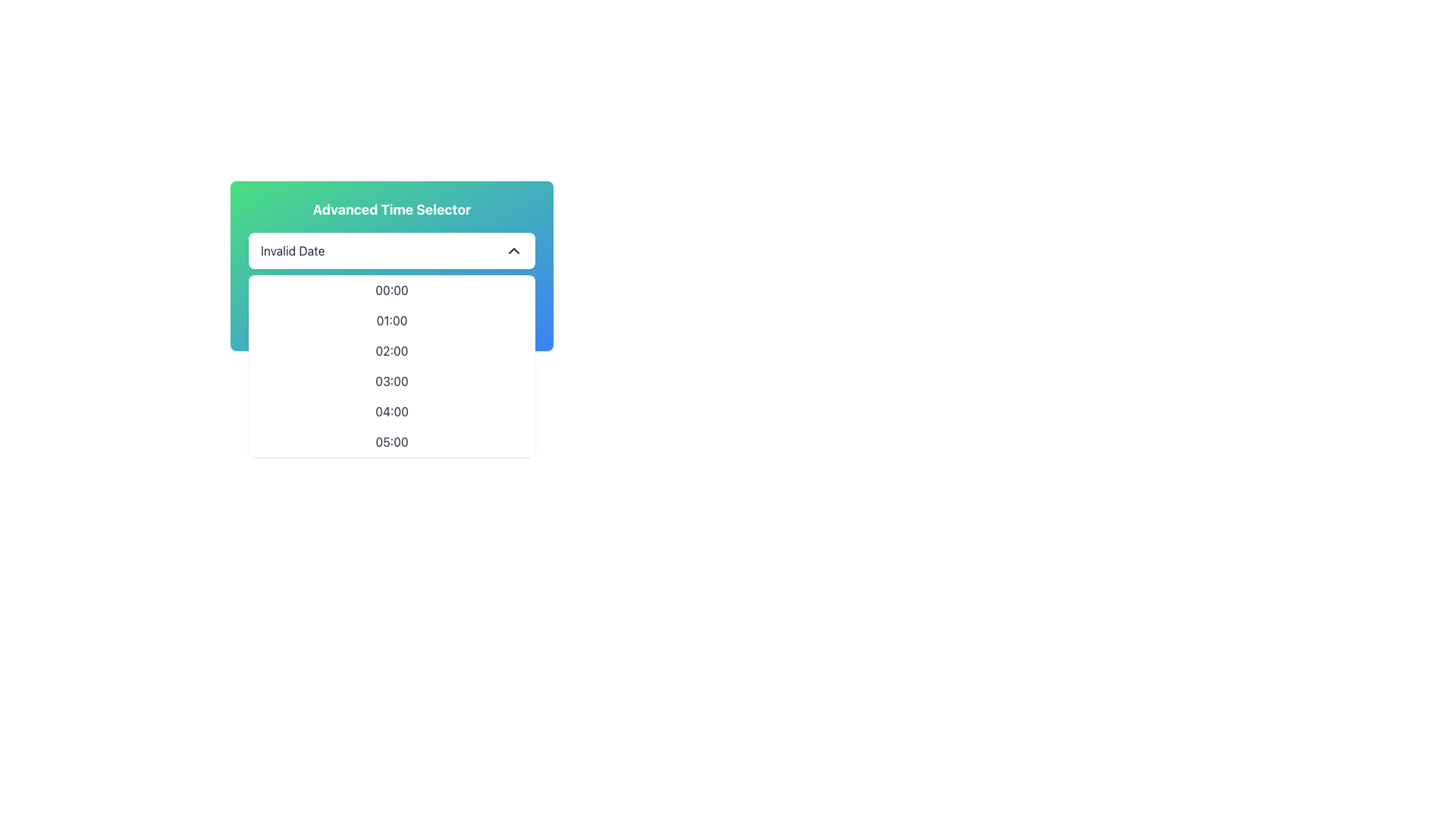 The image size is (1456, 819). I want to click on the text label displaying '04:00' in the dropdown menu with a white background and gray text, so click(392, 412).